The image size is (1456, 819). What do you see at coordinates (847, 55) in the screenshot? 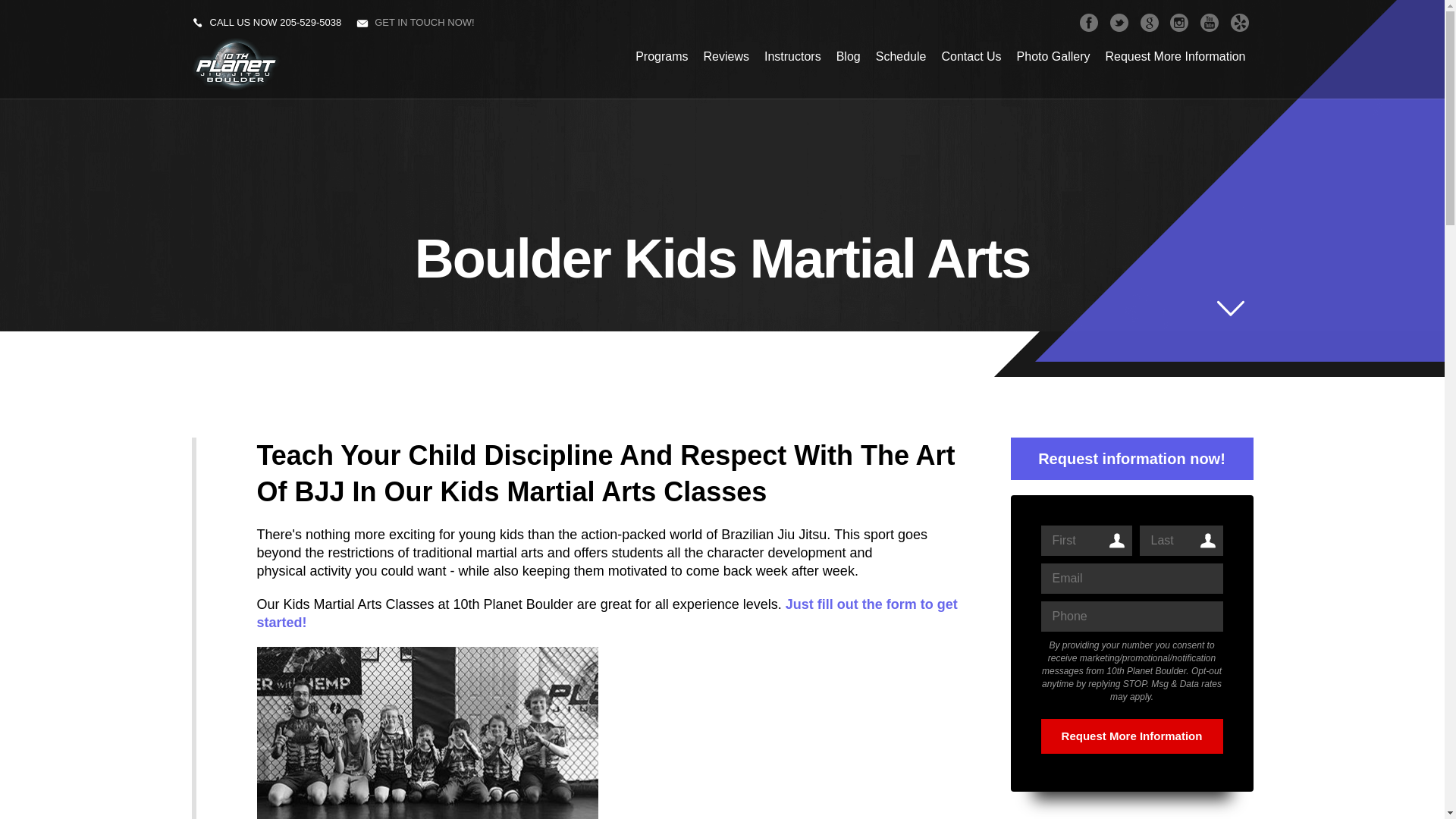
I see `'Blog'` at bounding box center [847, 55].